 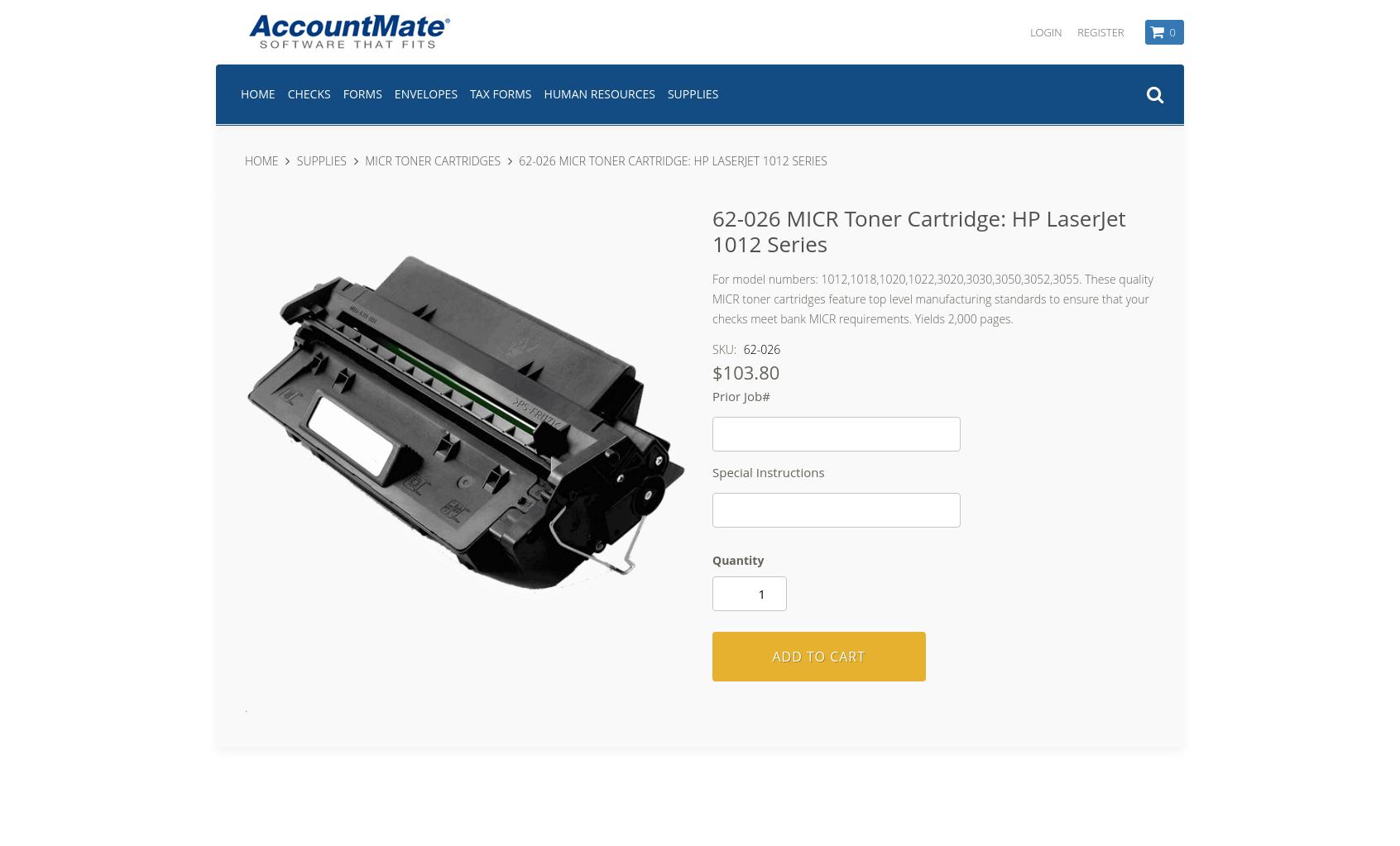 I want to click on 'Special Instructions', so click(x=768, y=471).